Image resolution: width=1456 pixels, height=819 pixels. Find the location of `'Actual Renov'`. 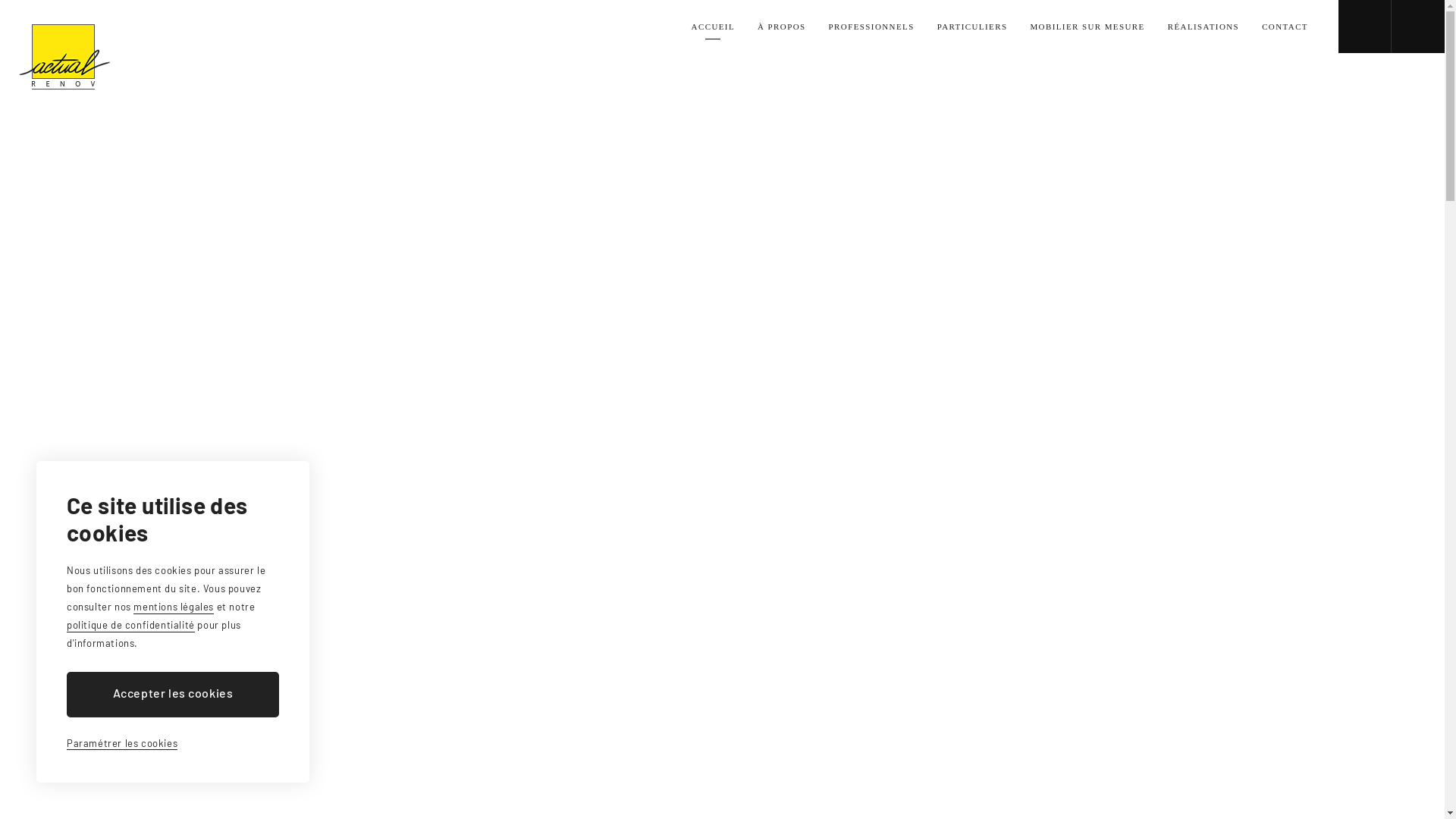

'Actual Renov' is located at coordinates (64, 55).